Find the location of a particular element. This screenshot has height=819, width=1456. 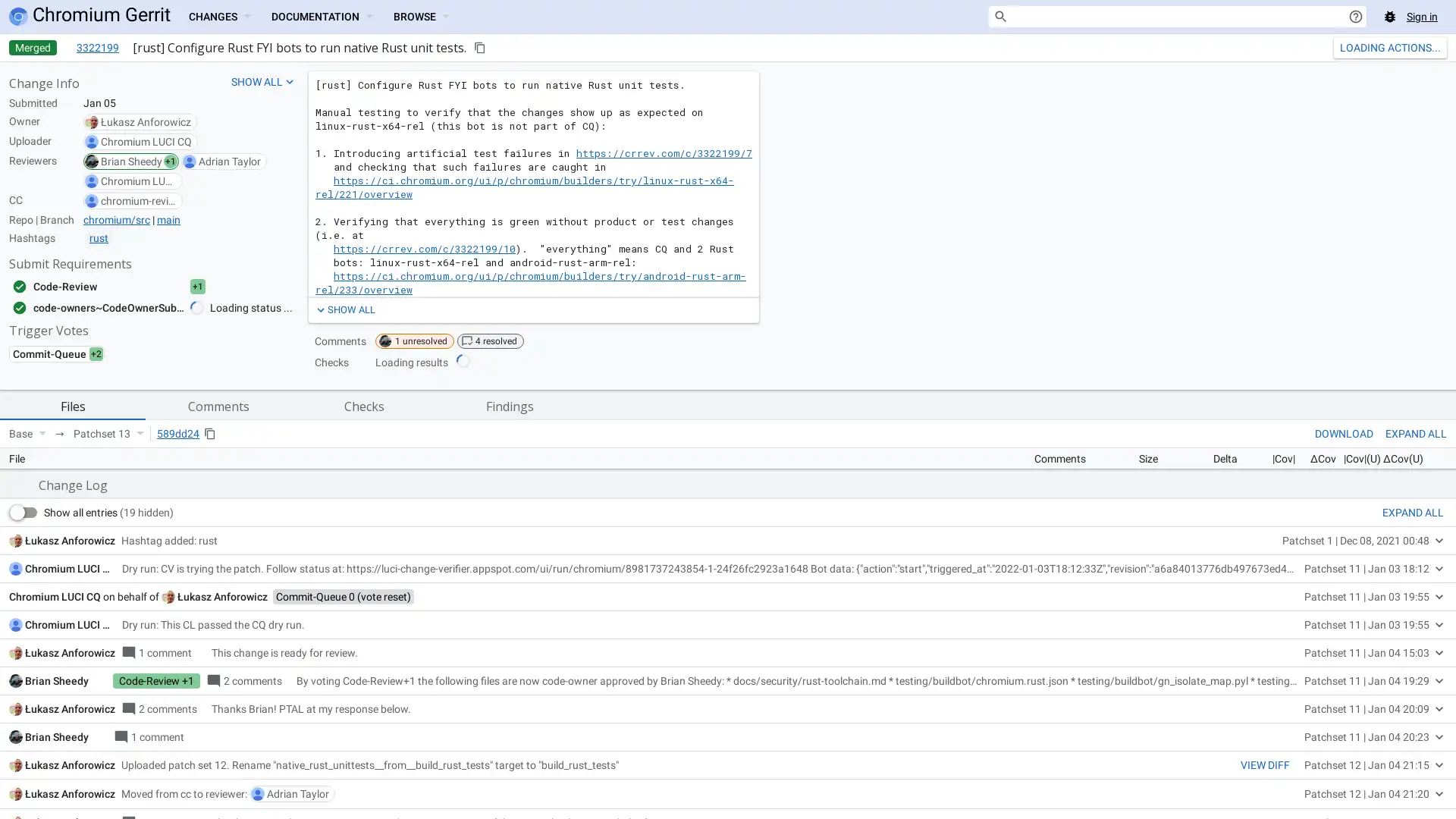

CHANGES is located at coordinates (218, 17).